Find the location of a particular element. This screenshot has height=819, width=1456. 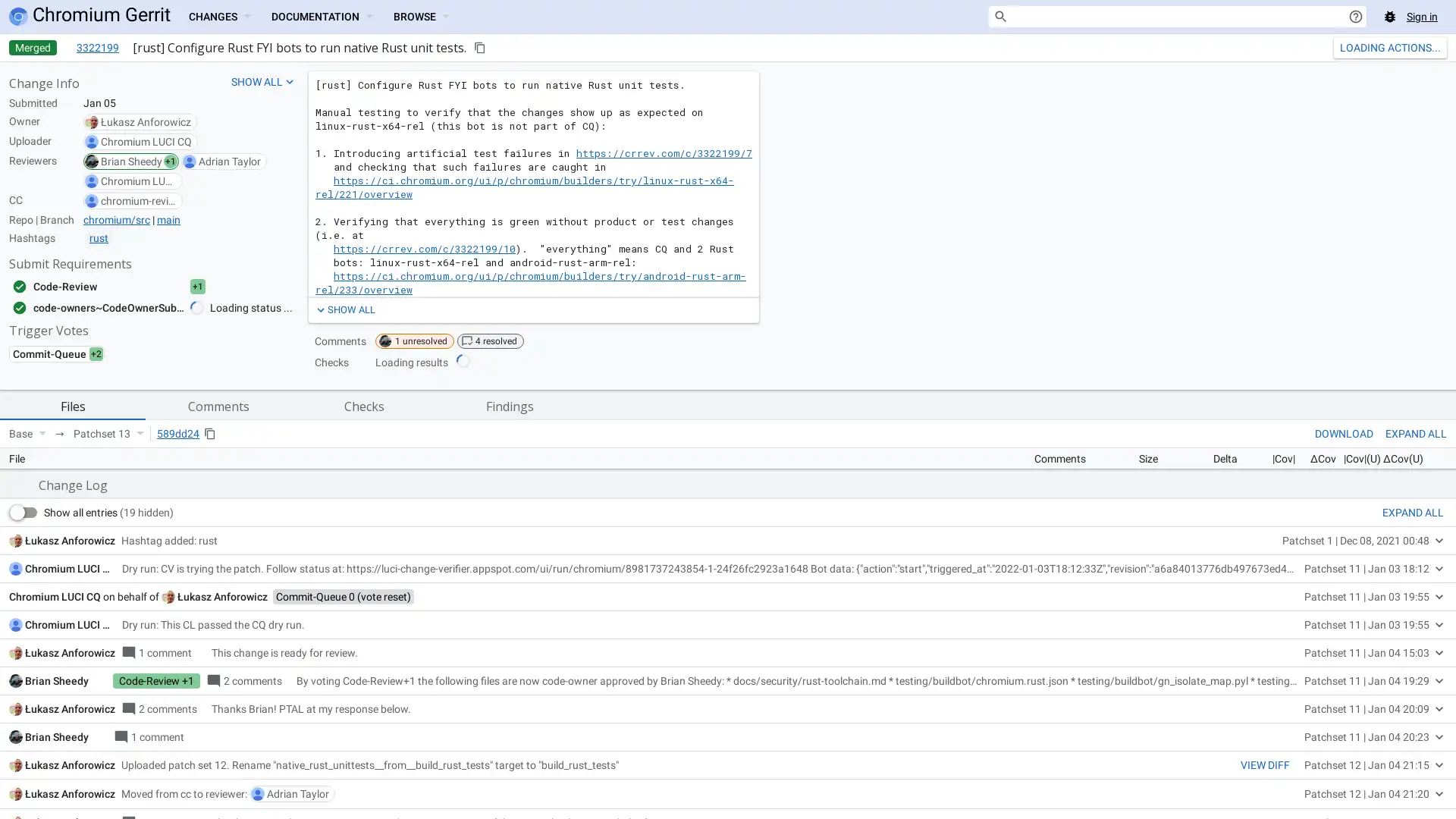

CHANGES is located at coordinates (218, 17).